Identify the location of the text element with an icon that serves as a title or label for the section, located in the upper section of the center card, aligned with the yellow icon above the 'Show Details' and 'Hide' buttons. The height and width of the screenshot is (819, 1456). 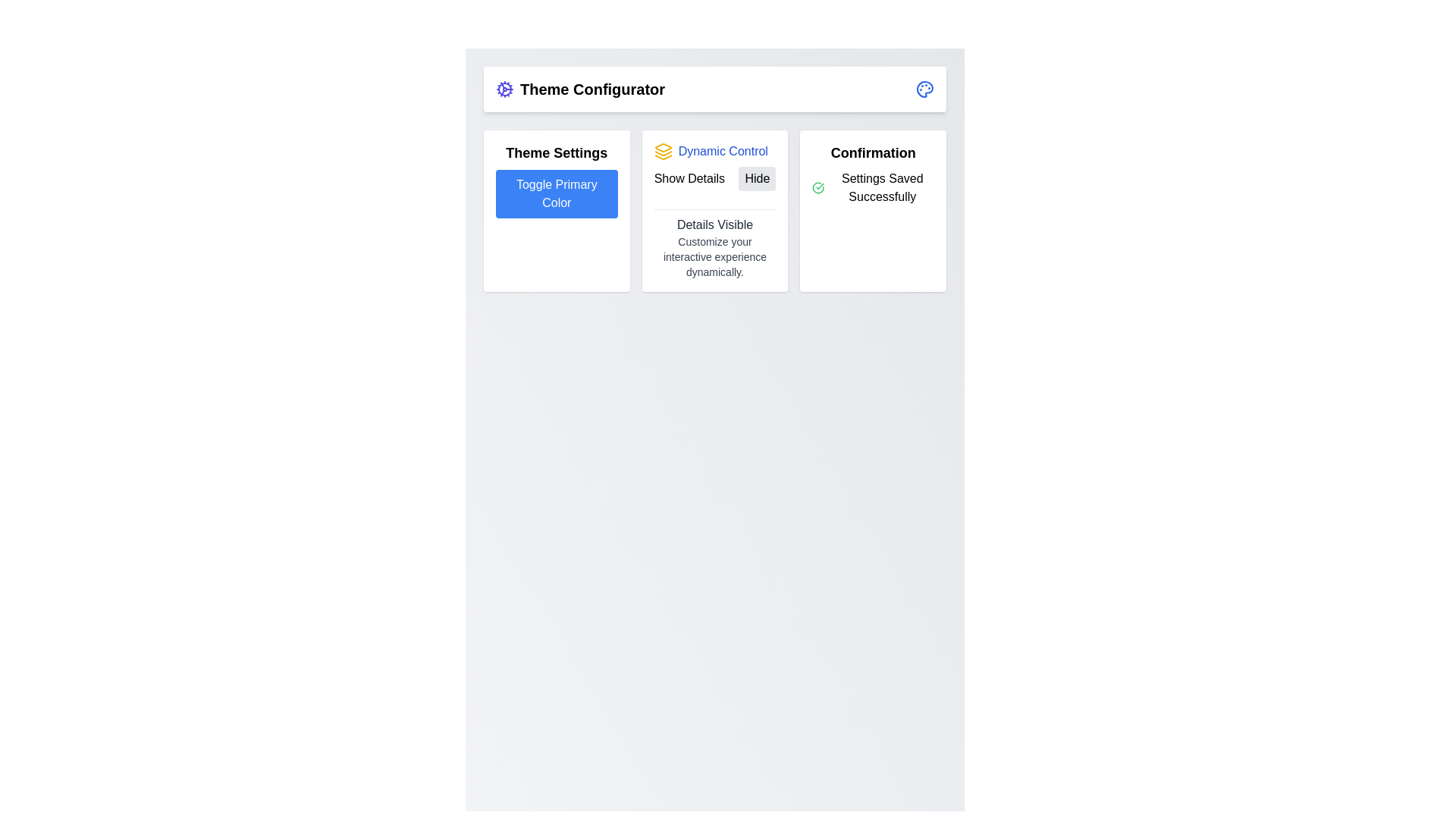
(714, 152).